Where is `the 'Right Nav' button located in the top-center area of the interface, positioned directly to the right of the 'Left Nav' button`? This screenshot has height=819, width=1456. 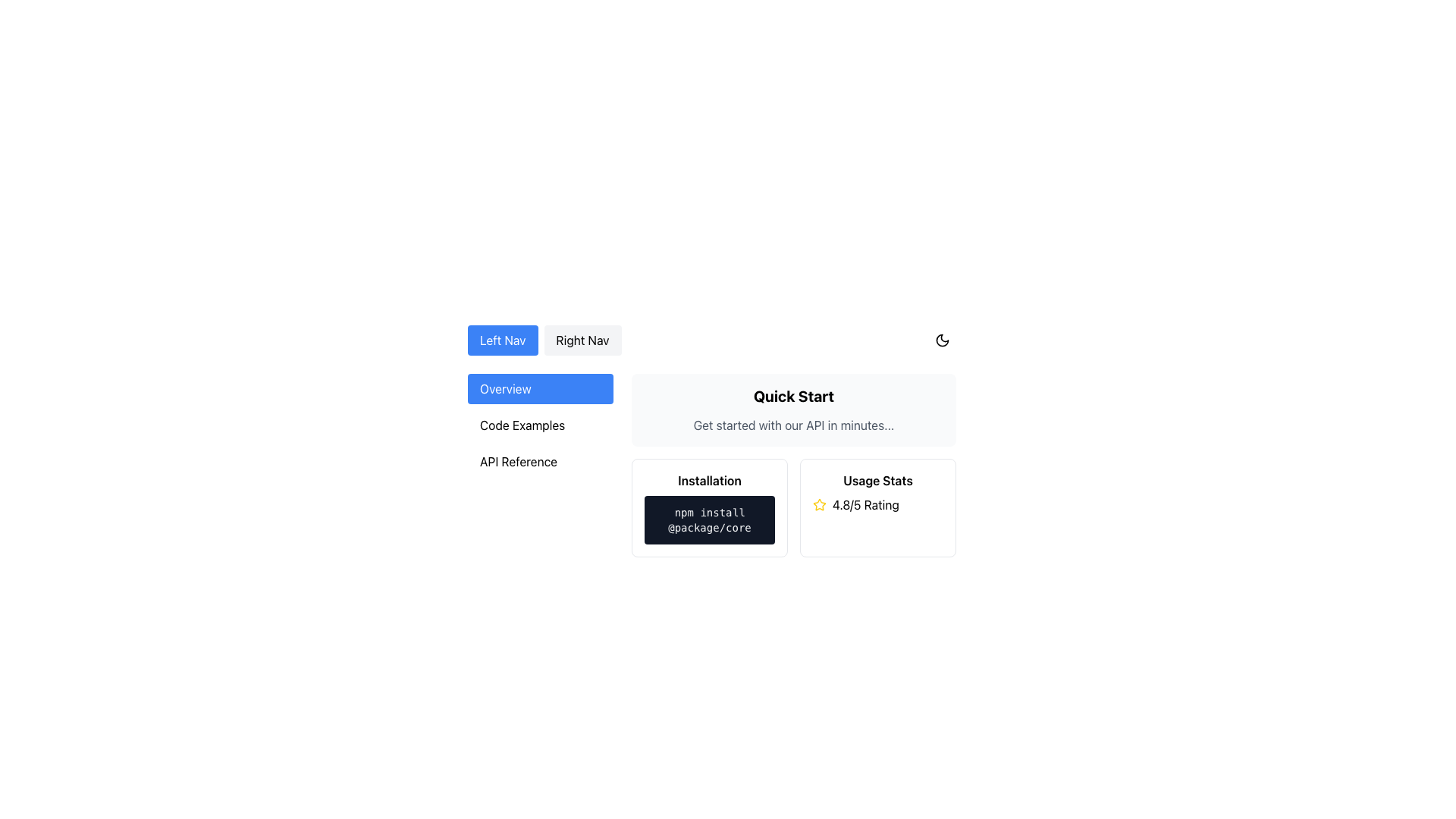 the 'Right Nav' button located in the top-center area of the interface, positioned directly to the right of the 'Left Nav' button is located at coordinates (582, 339).